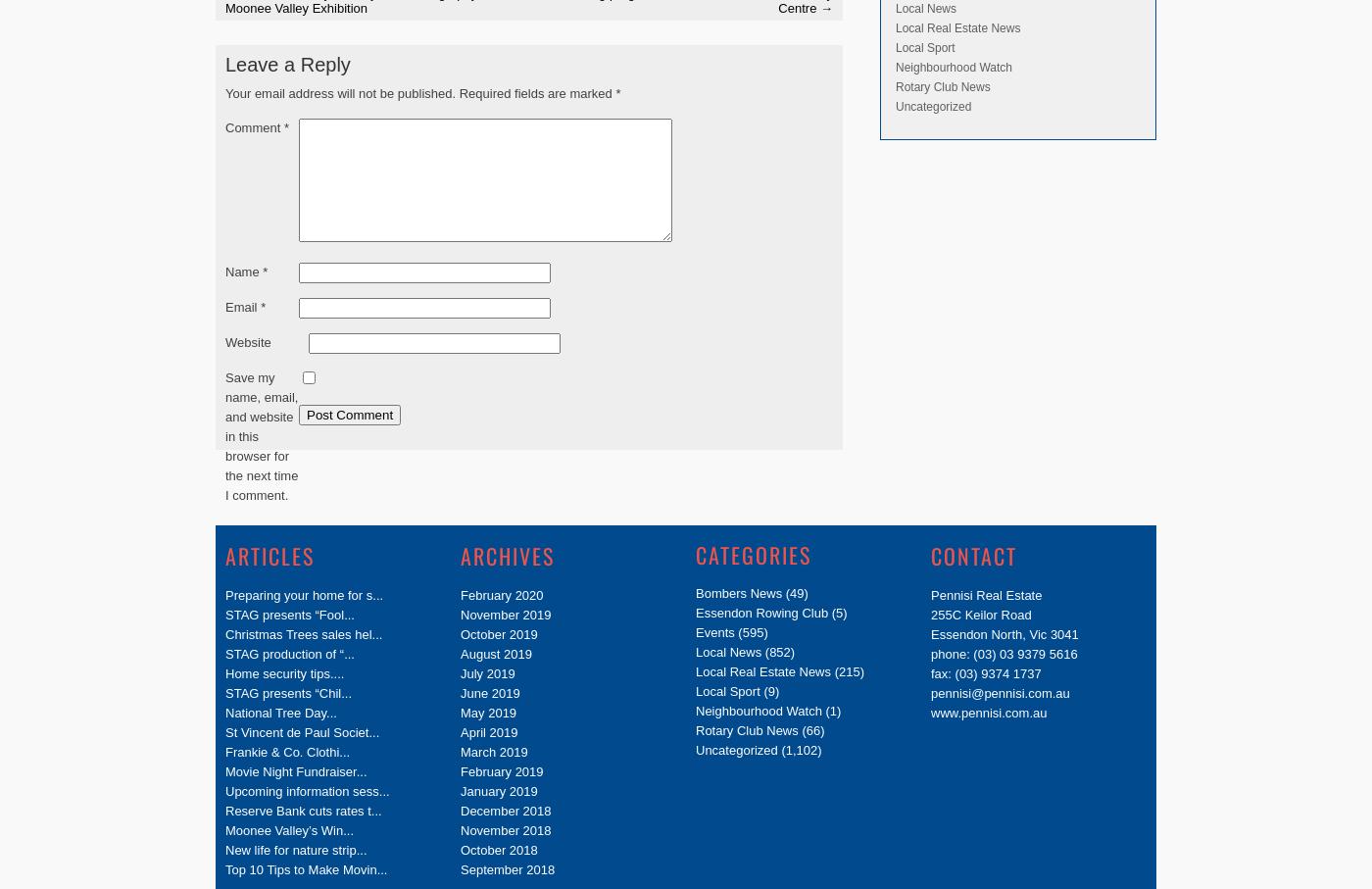 The image size is (1372, 889). What do you see at coordinates (933, 105) in the screenshot?
I see `'Uncategorized'` at bounding box center [933, 105].